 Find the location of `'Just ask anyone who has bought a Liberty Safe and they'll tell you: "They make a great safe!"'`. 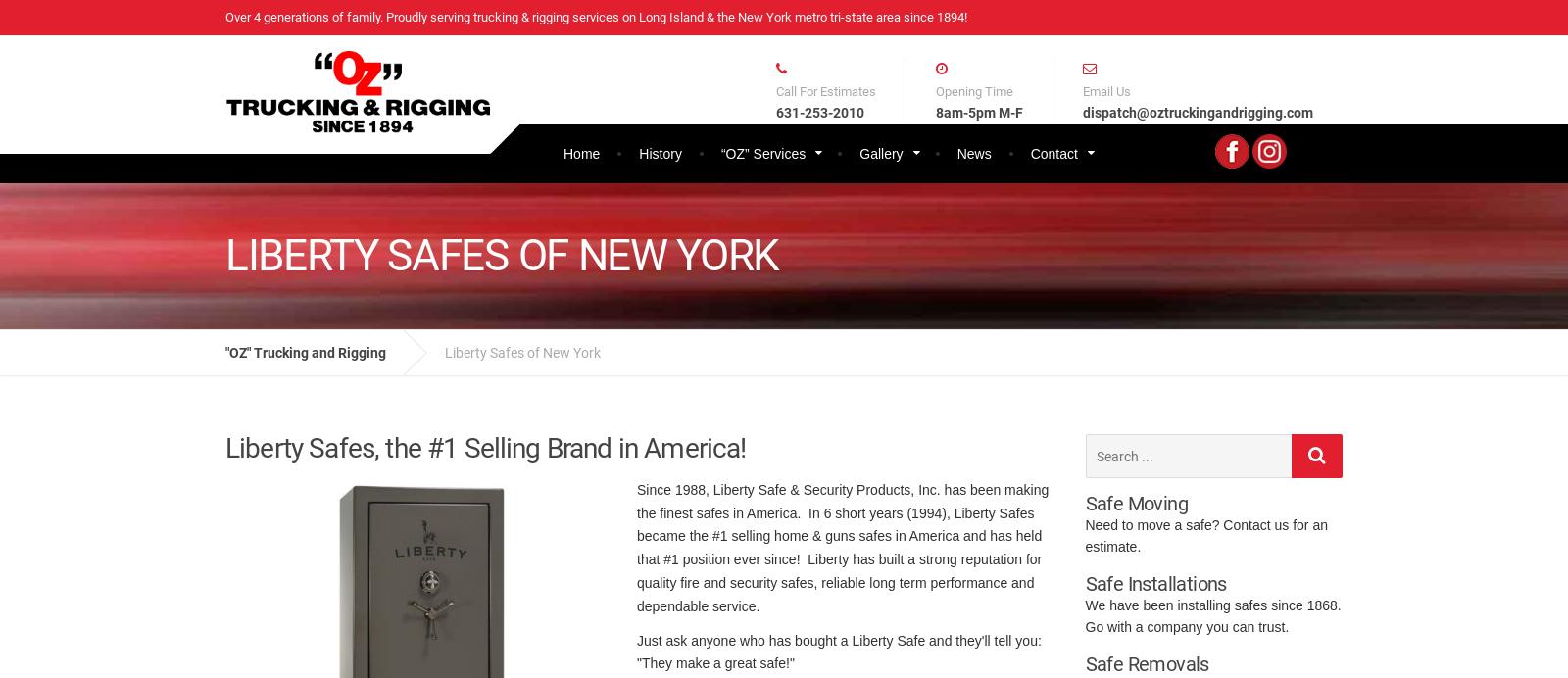

'Just ask anyone who has bought a Liberty Safe and they'll tell you: "They make a great safe!"' is located at coordinates (838, 651).